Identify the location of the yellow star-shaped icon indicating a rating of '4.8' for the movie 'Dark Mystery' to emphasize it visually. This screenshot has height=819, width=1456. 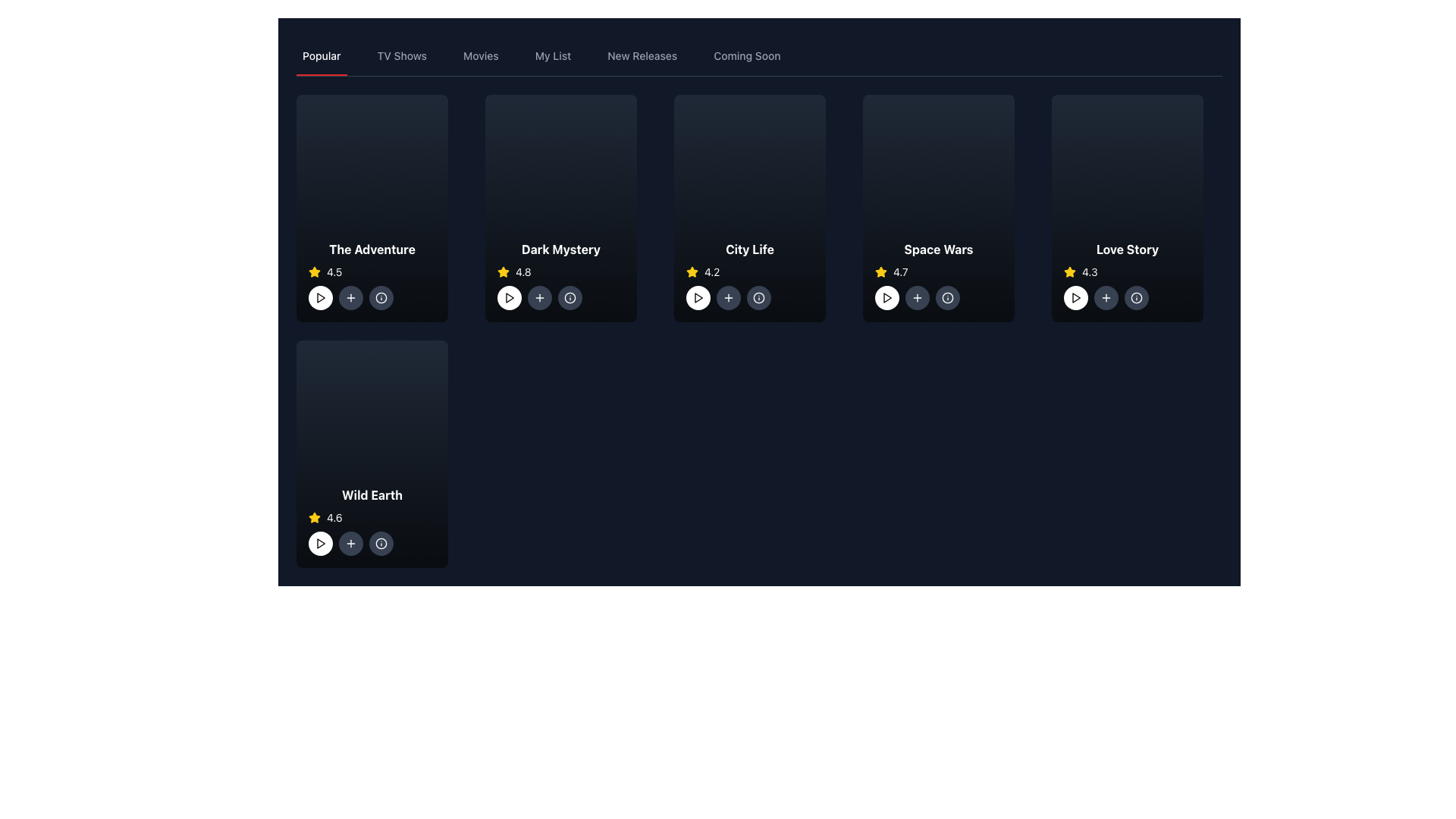
(503, 271).